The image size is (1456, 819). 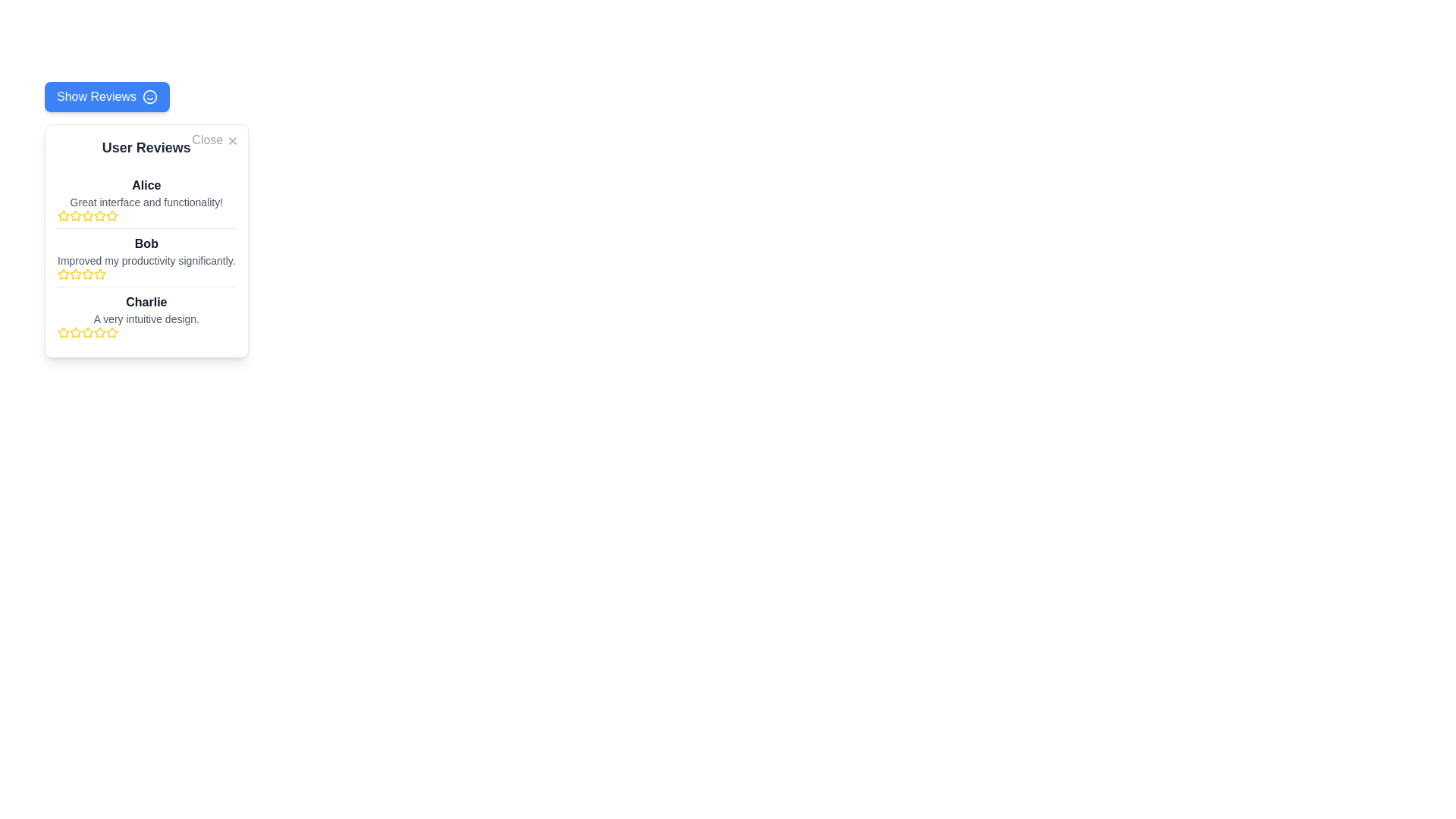 What do you see at coordinates (62, 216) in the screenshot?
I see `the first yellow star icon in Alice's review within the User Reviews panel` at bounding box center [62, 216].